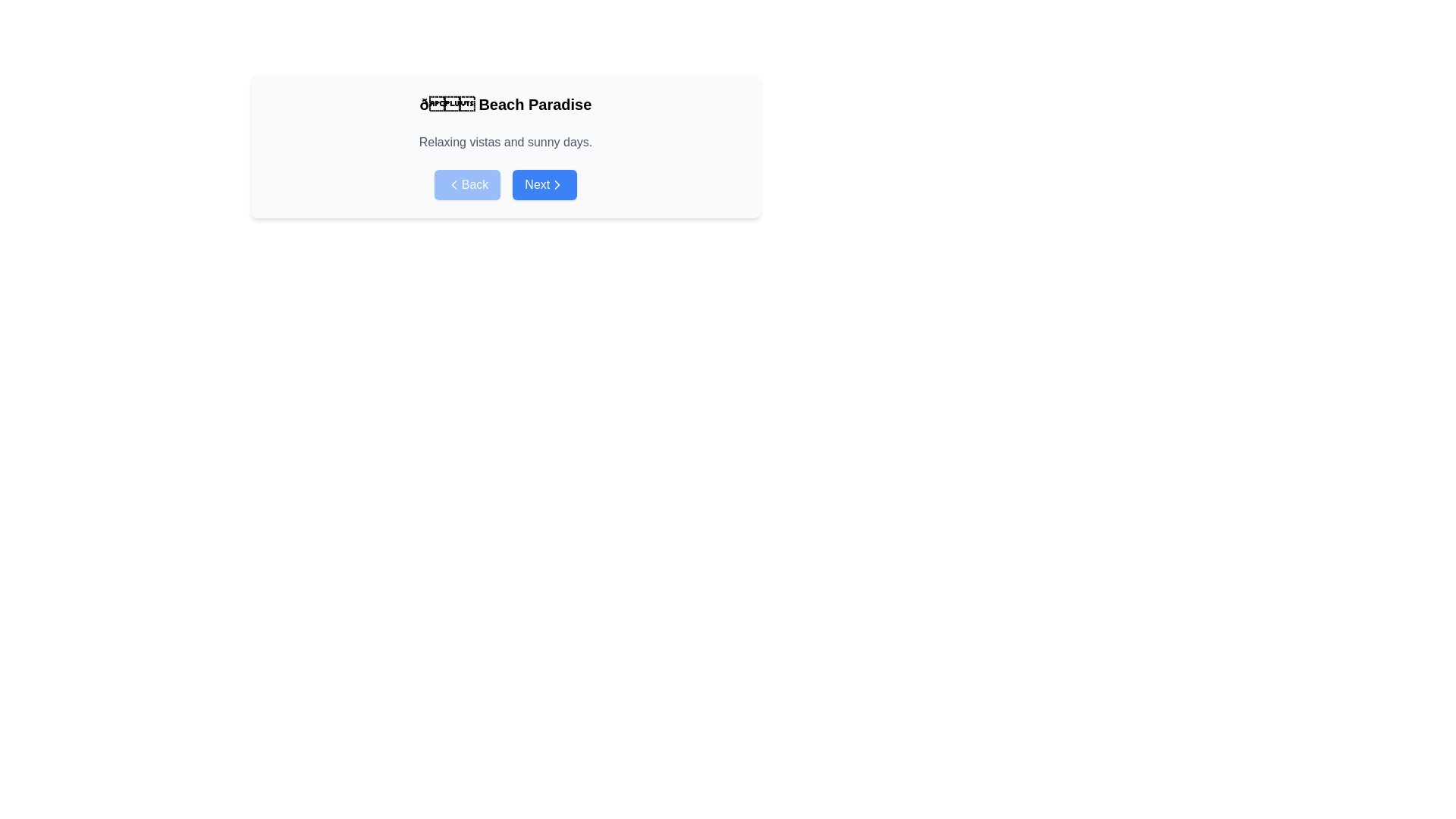 This screenshot has width=1456, height=819. I want to click on the chevron icon located to the right of the 'Next' button, so click(556, 184).